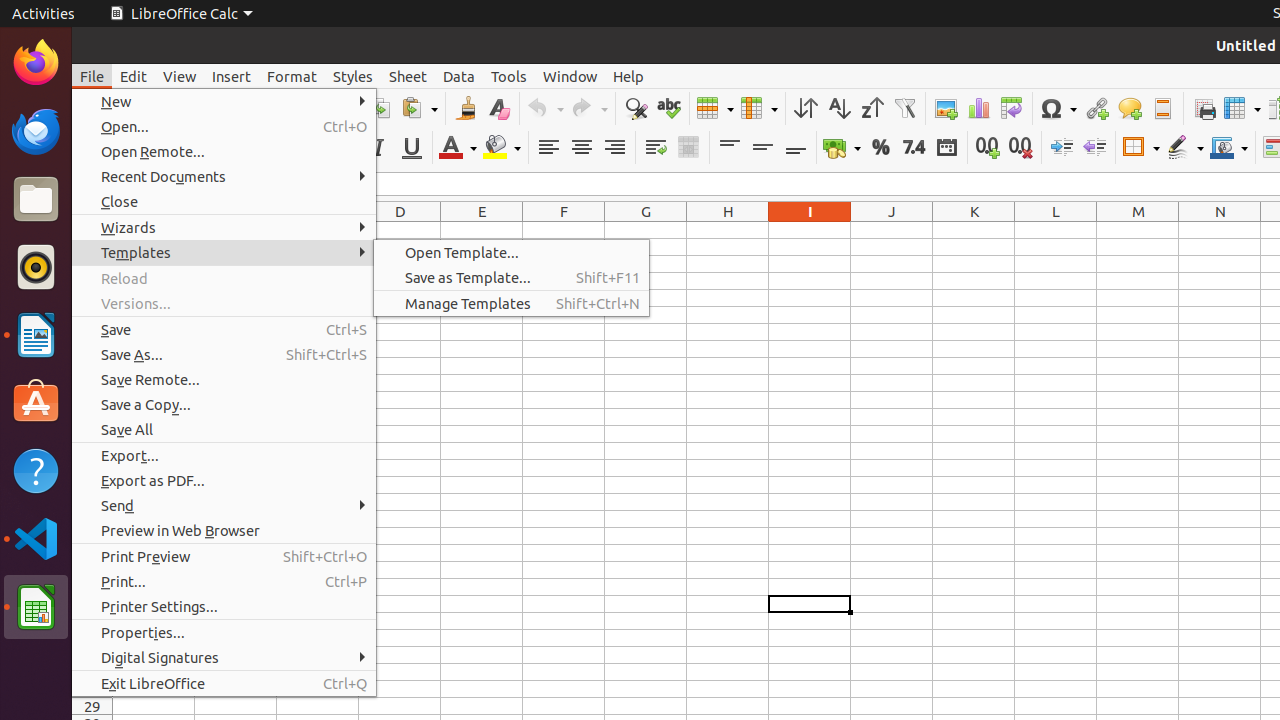  Describe the element at coordinates (132, 75) in the screenshot. I see `'Edit'` at that location.